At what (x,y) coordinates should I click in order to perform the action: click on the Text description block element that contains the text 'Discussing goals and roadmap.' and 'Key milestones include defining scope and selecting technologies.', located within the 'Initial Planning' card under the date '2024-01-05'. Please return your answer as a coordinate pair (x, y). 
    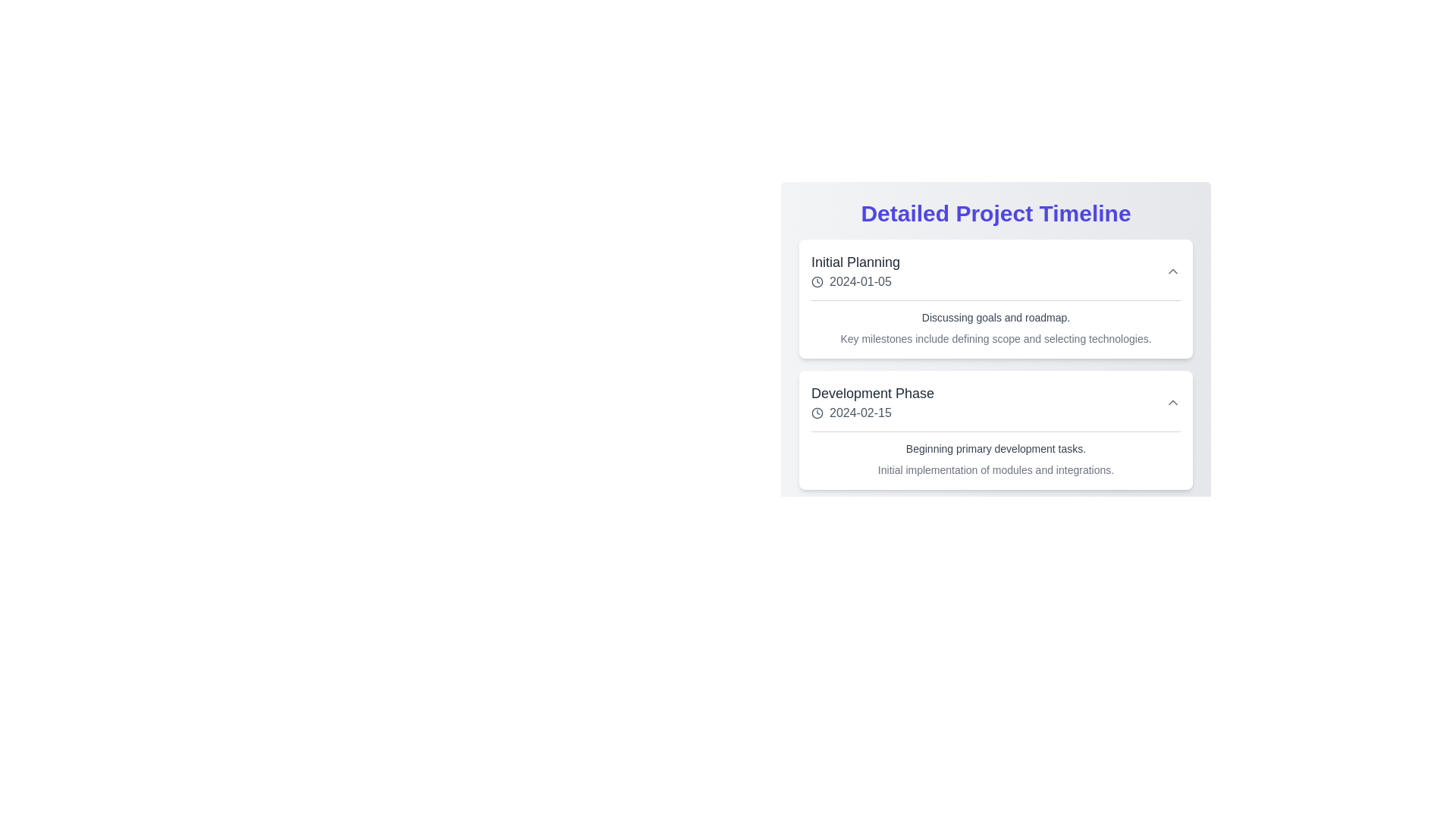
    Looking at the image, I should click on (996, 322).